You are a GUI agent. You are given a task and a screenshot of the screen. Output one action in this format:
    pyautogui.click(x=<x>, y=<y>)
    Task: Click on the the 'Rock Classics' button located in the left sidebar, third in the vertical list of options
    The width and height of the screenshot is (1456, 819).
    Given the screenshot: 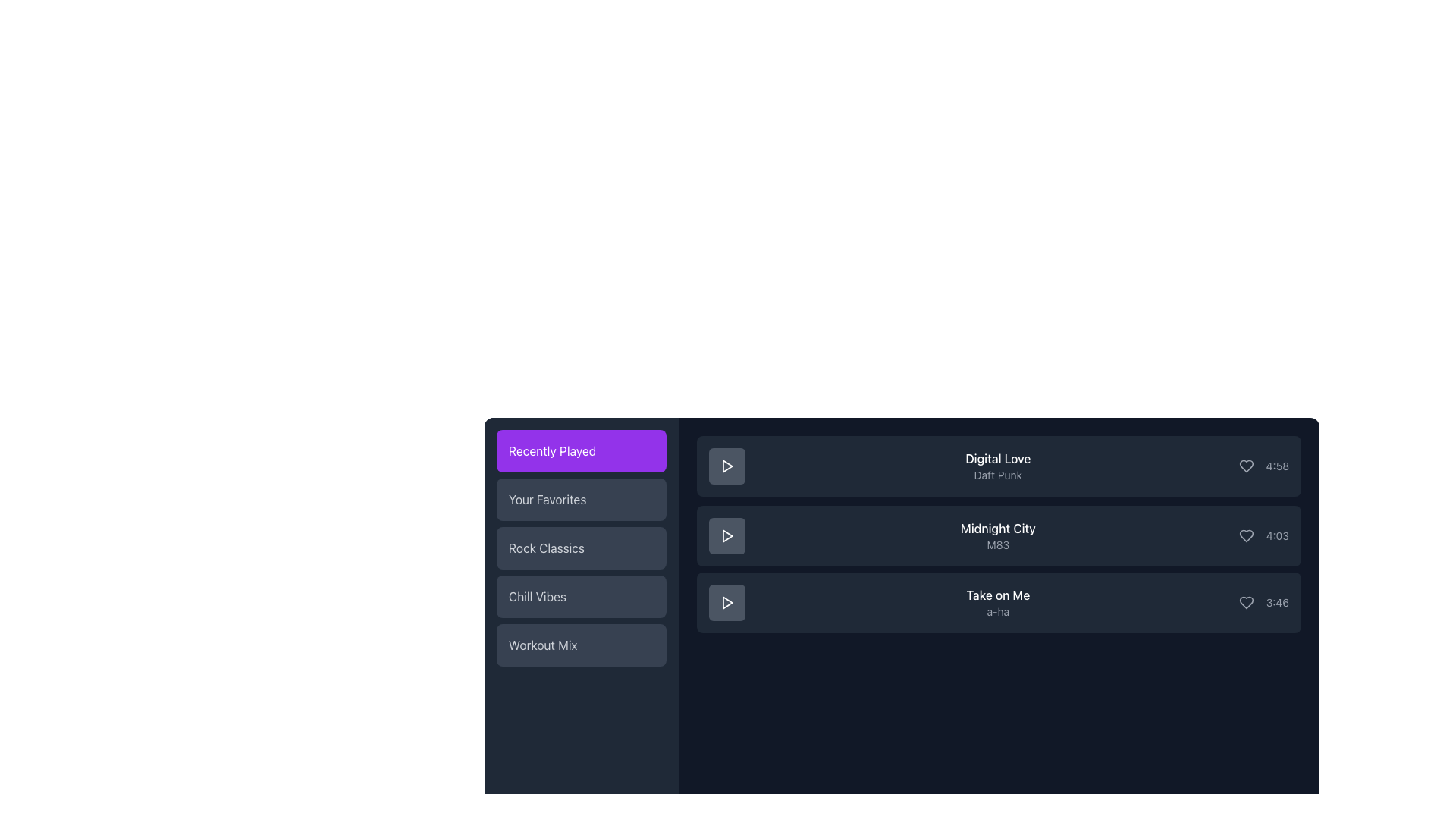 What is the action you would take?
    pyautogui.click(x=581, y=548)
    